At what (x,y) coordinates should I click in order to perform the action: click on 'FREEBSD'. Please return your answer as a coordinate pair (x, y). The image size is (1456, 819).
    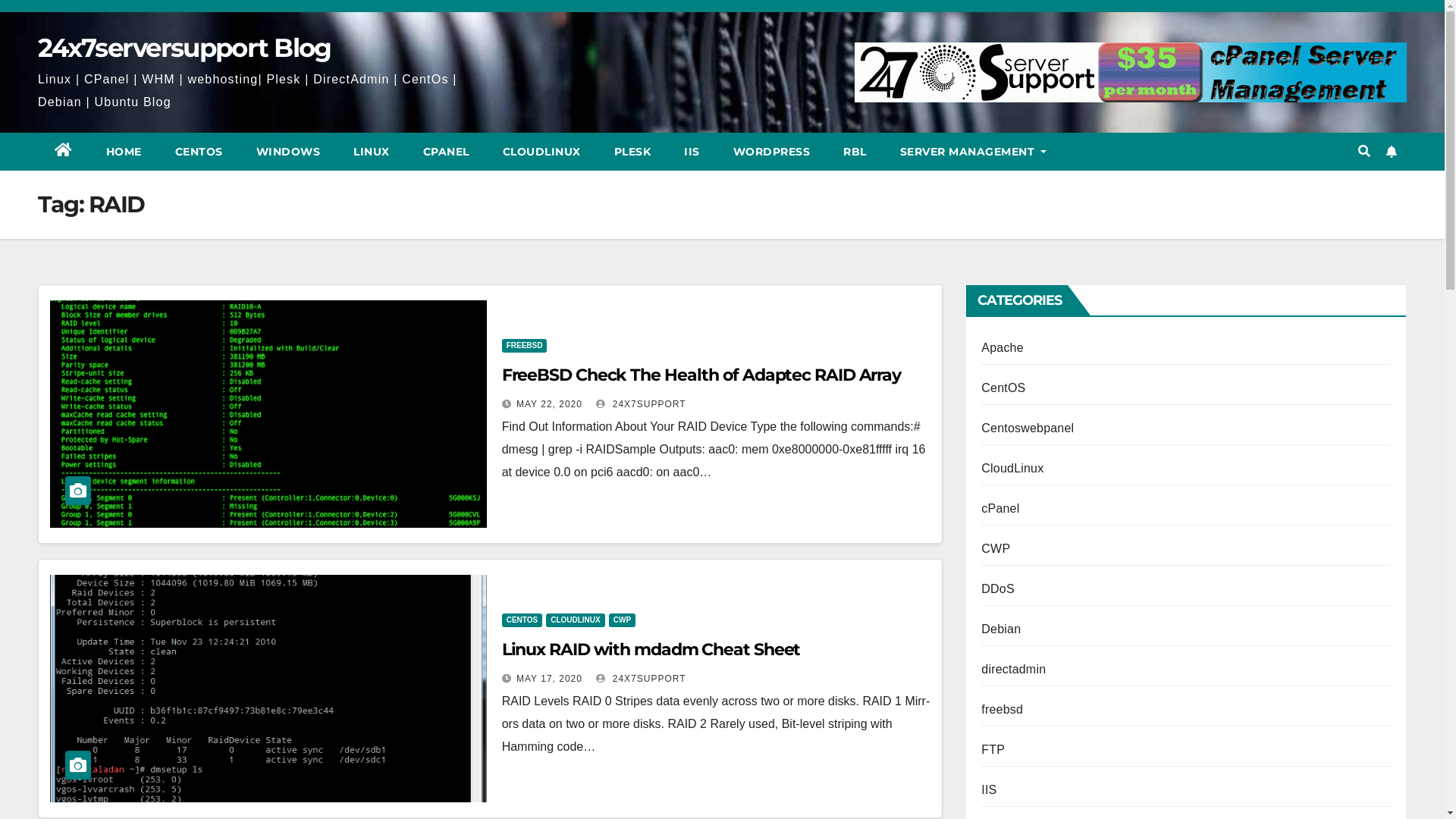
    Looking at the image, I should click on (524, 345).